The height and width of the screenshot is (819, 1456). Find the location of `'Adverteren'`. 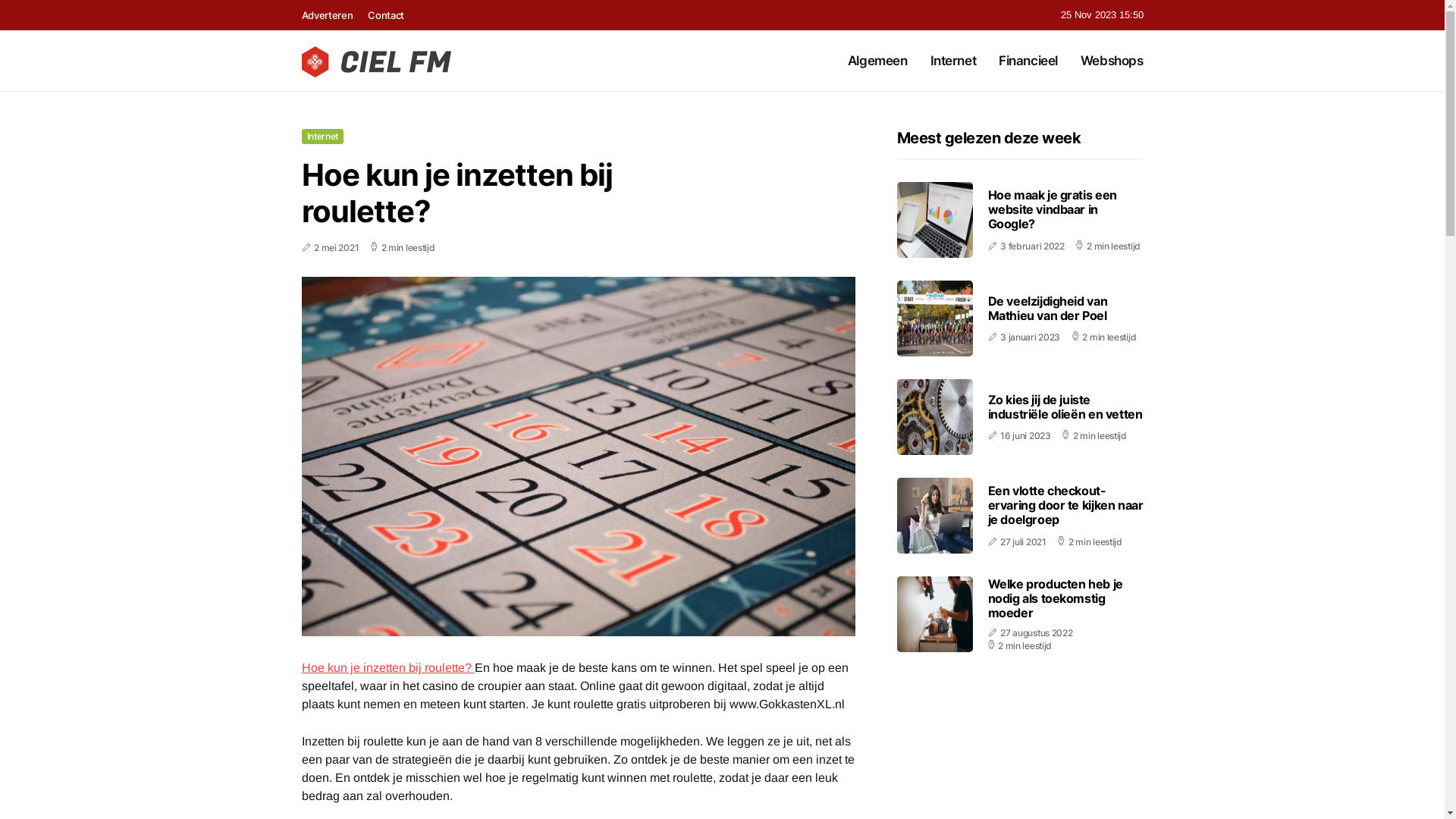

'Adverteren' is located at coordinates (302, 14).